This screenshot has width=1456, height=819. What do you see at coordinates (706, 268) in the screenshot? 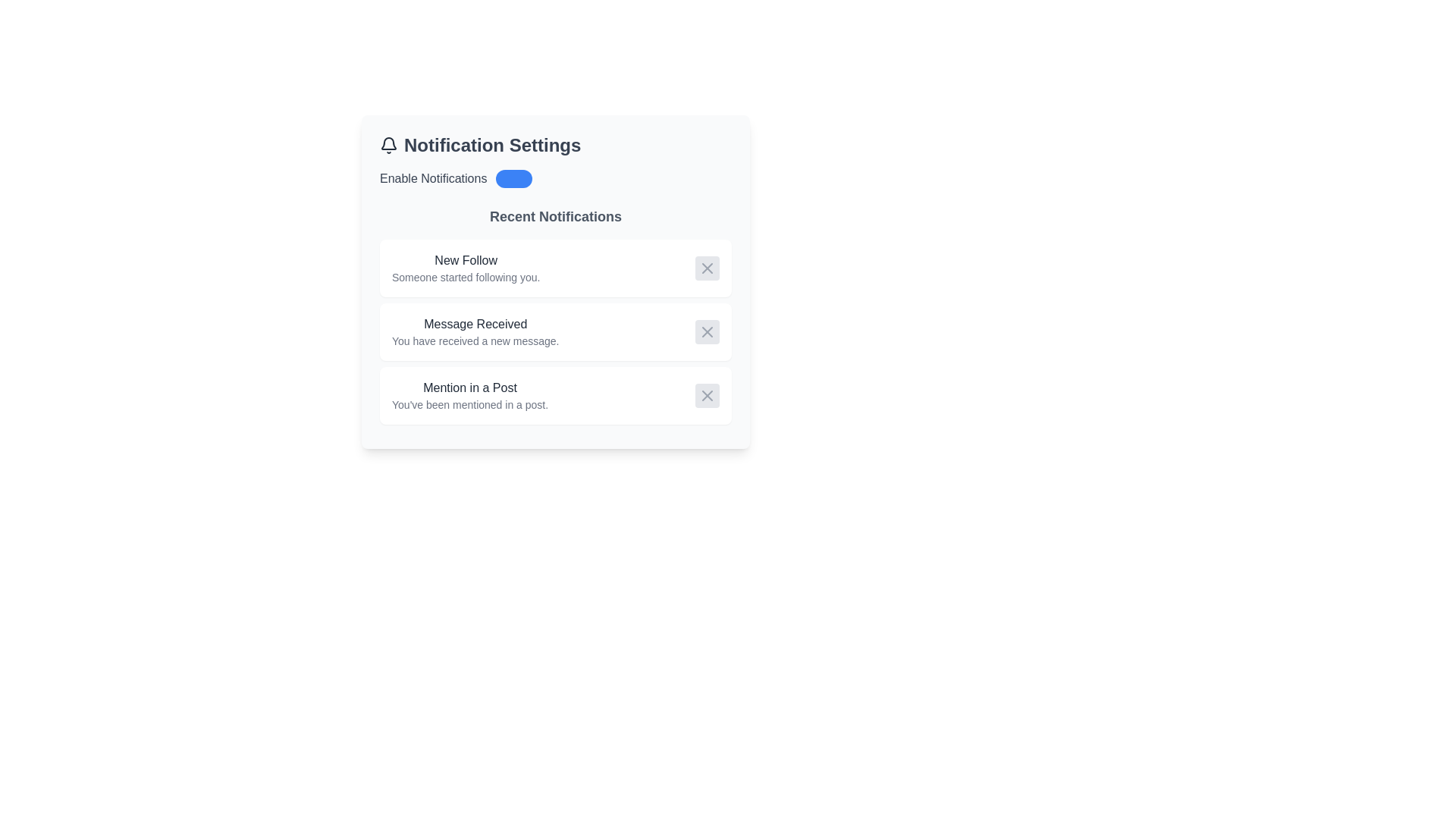
I see `the small diagonal line forming part of the 'X' icon styled with a gray stroke, located at the top right corner of the 'New Follow' notification in the 'Recent Notifications' section` at bounding box center [706, 268].